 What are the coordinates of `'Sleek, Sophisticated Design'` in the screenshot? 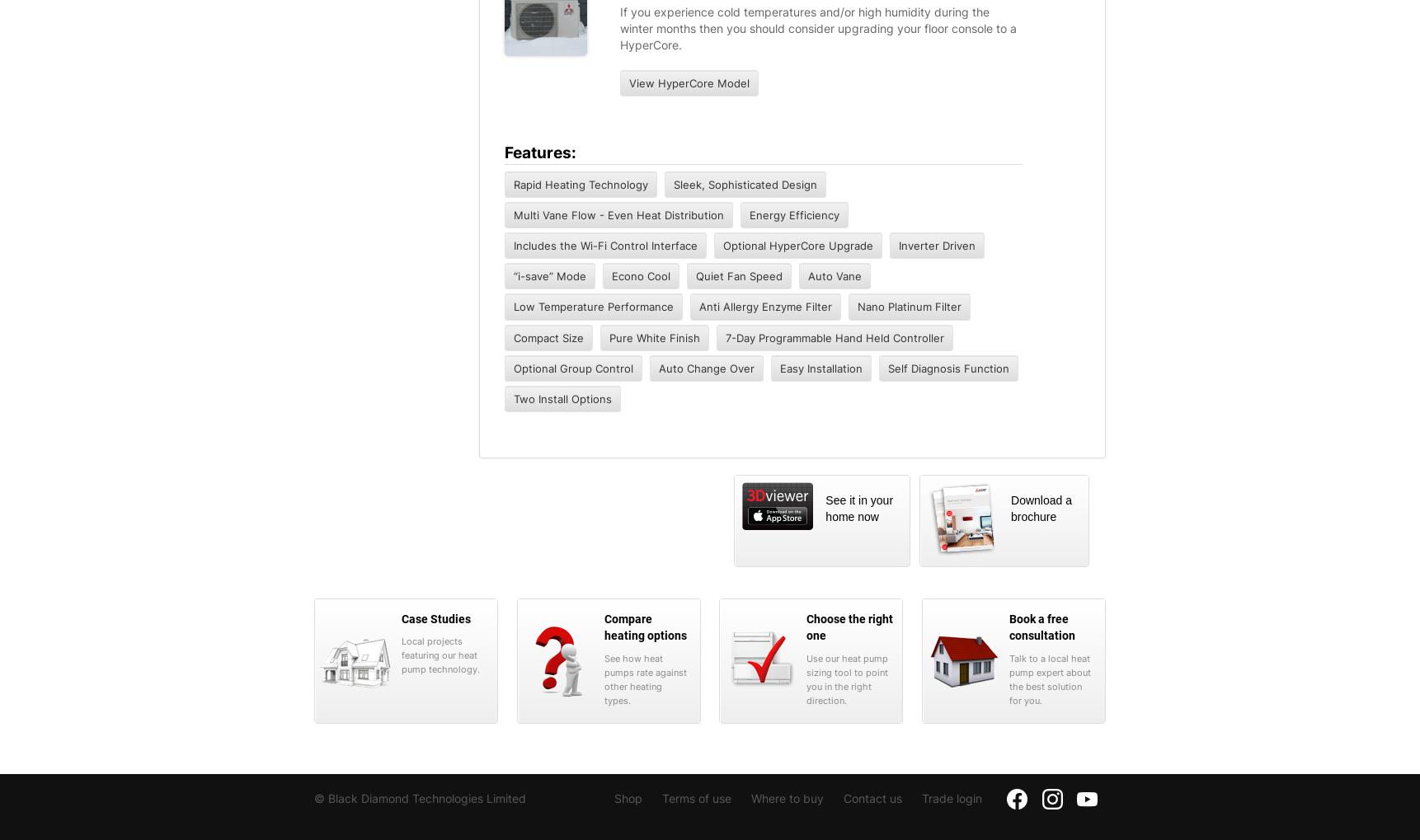 It's located at (745, 182).